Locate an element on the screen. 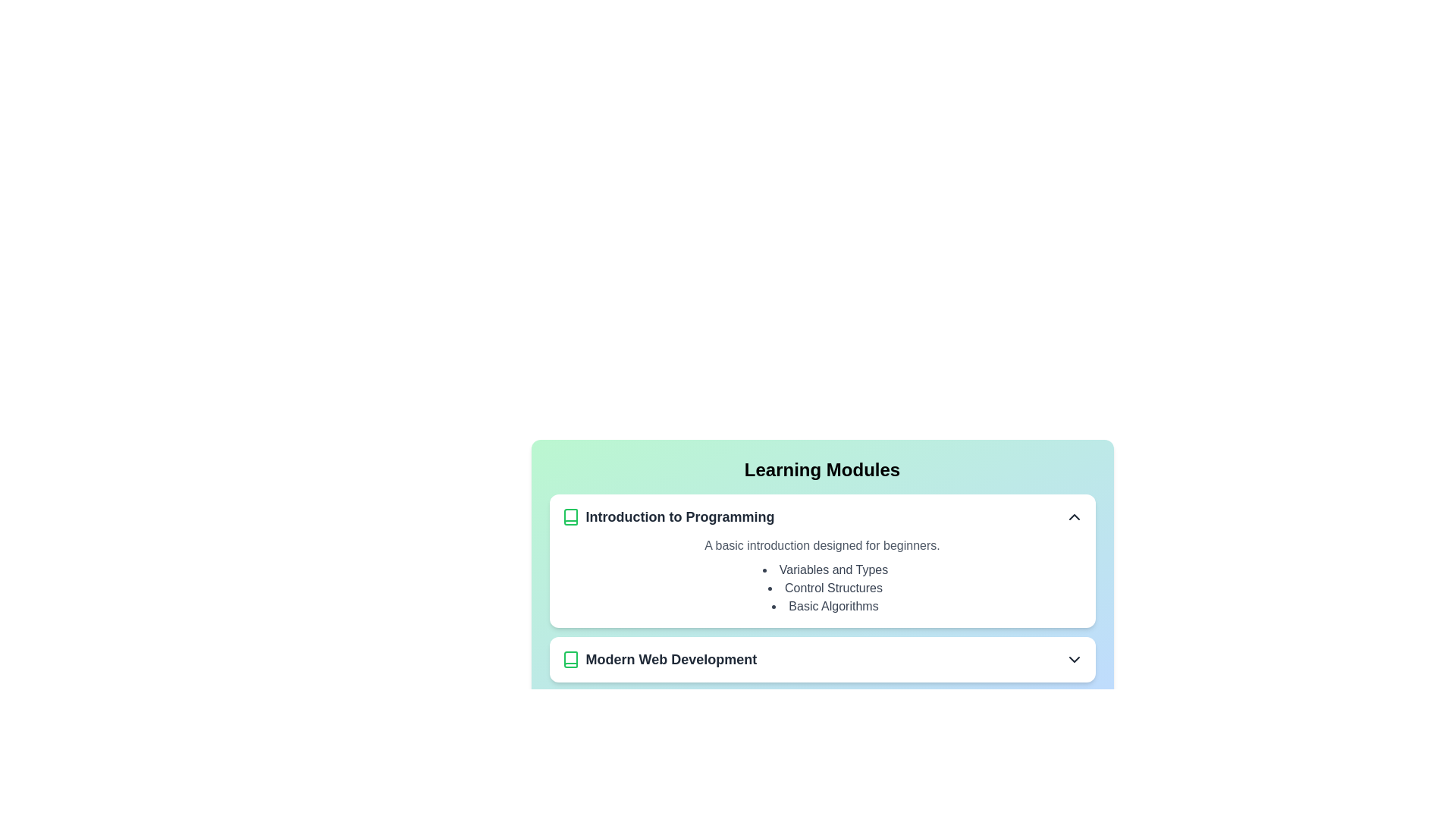 The width and height of the screenshot is (1456, 819). the icon representing the 'Introduction to Programming' module located in the 'Learning Modules' section, positioned to the left of the corresponding text is located at coordinates (570, 516).